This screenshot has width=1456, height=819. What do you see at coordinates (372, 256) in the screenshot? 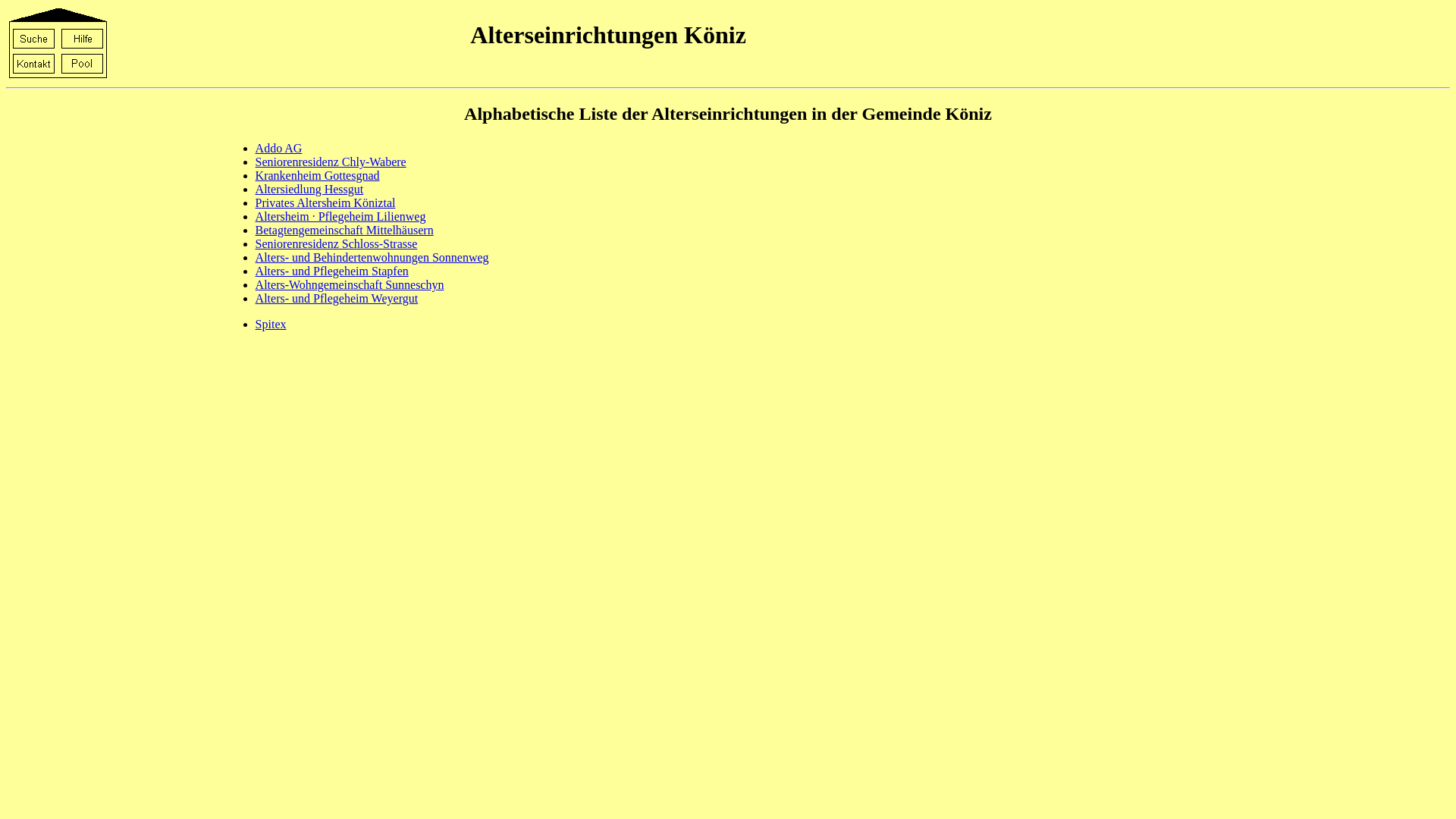
I see `'Alters- und Behindertenwohnungen Sonnenweg'` at bounding box center [372, 256].